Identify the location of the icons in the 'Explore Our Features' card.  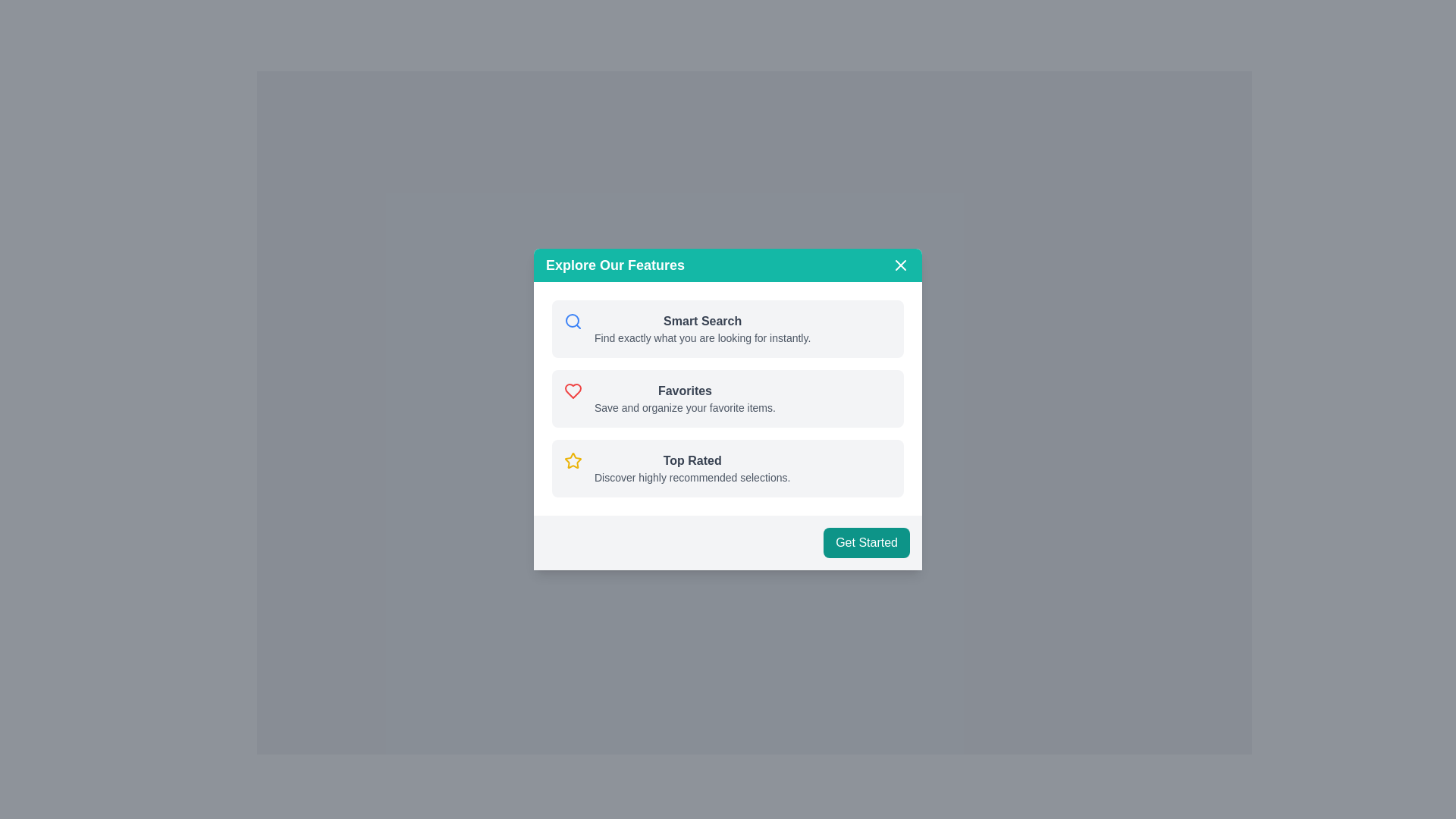
(728, 409).